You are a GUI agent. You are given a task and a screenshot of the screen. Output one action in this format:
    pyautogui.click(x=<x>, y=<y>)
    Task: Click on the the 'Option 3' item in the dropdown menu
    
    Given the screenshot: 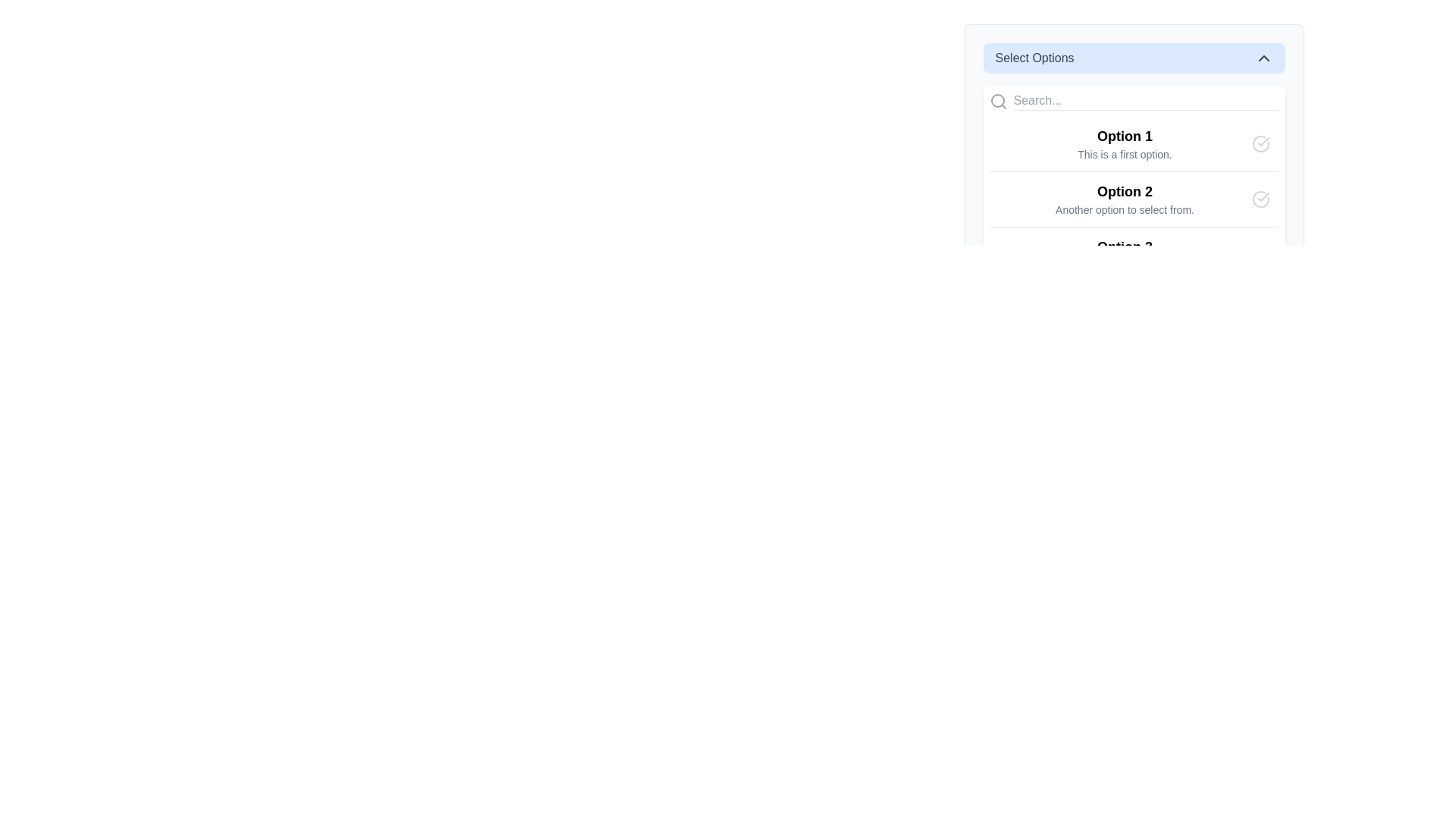 What is the action you would take?
    pyautogui.click(x=1134, y=253)
    